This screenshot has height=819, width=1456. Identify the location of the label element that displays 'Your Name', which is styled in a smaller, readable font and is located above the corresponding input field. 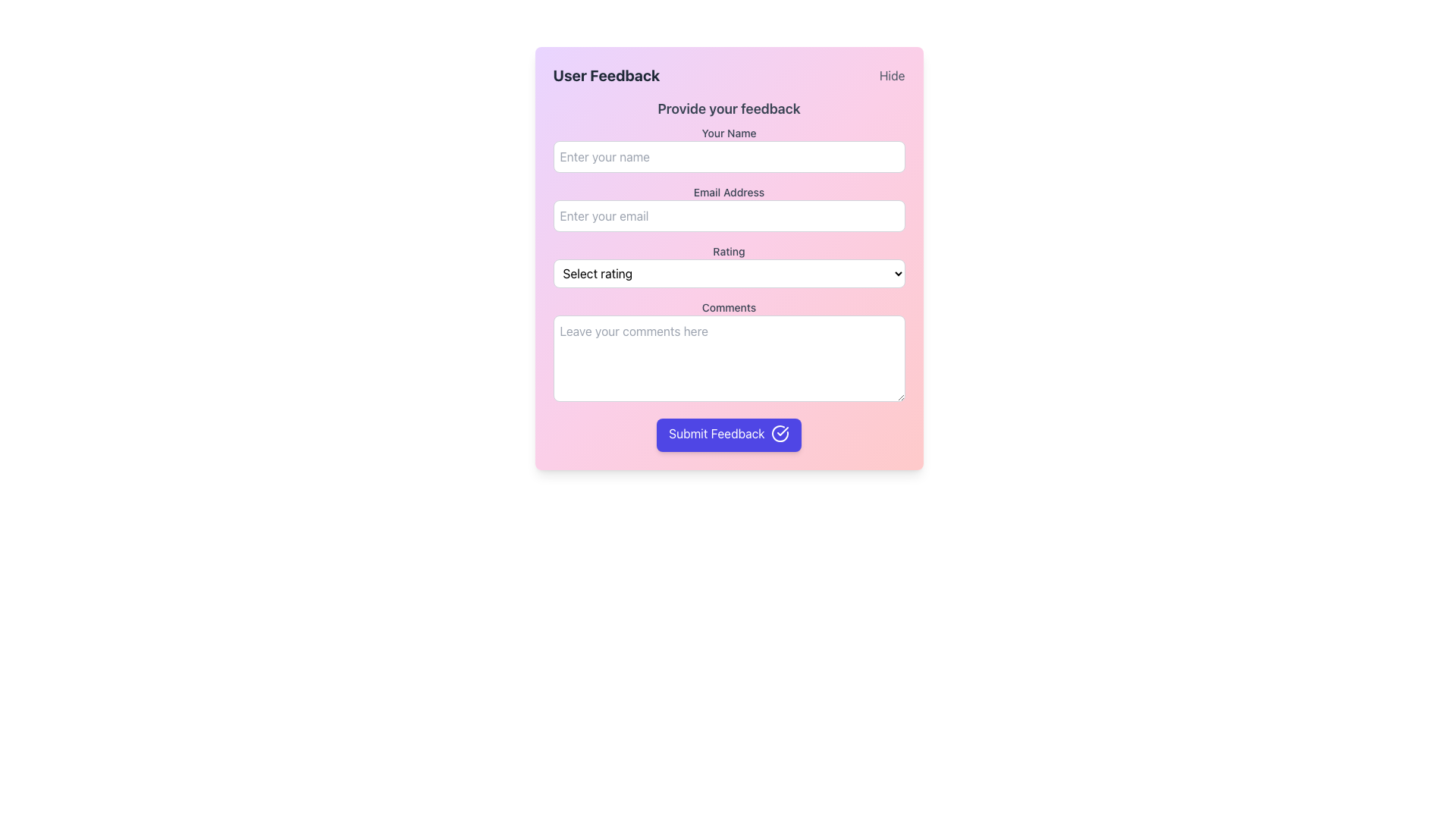
(729, 133).